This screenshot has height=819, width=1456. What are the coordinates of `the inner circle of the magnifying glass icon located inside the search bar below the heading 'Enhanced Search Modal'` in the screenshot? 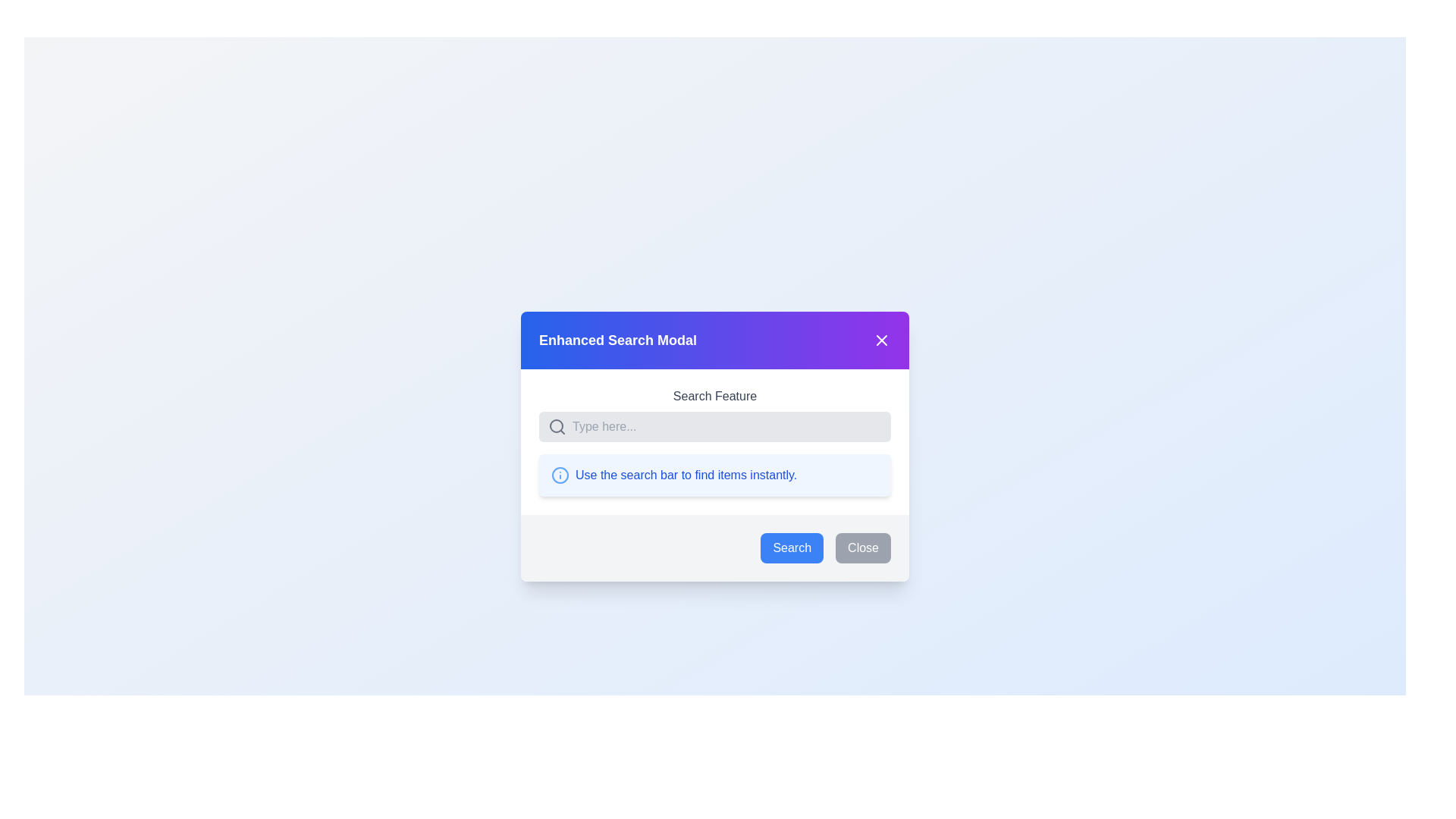 It's located at (556, 426).